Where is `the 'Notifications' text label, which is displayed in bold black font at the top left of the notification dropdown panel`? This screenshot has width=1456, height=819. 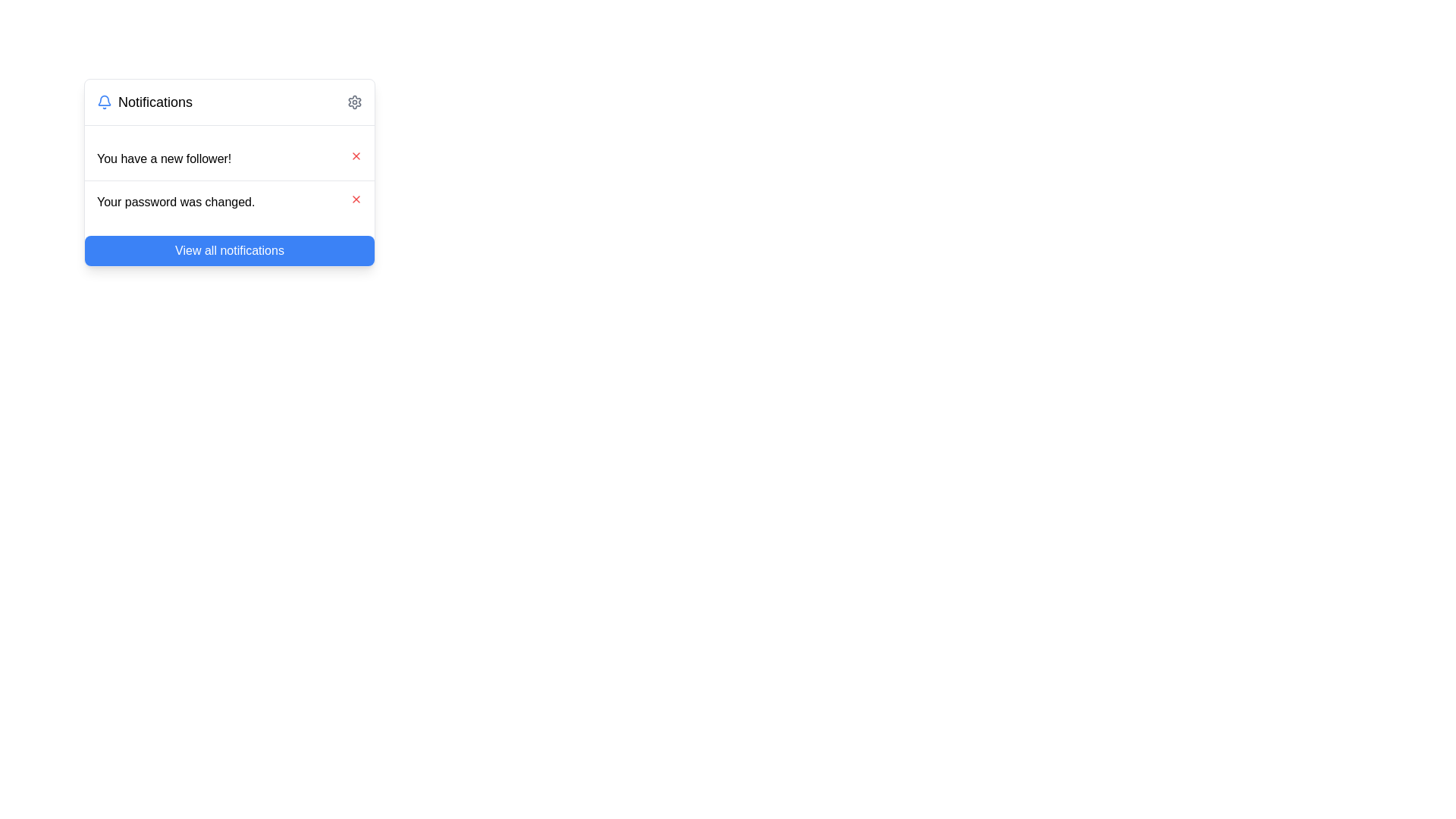 the 'Notifications' text label, which is displayed in bold black font at the top left of the notification dropdown panel is located at coordinates (155, 102).